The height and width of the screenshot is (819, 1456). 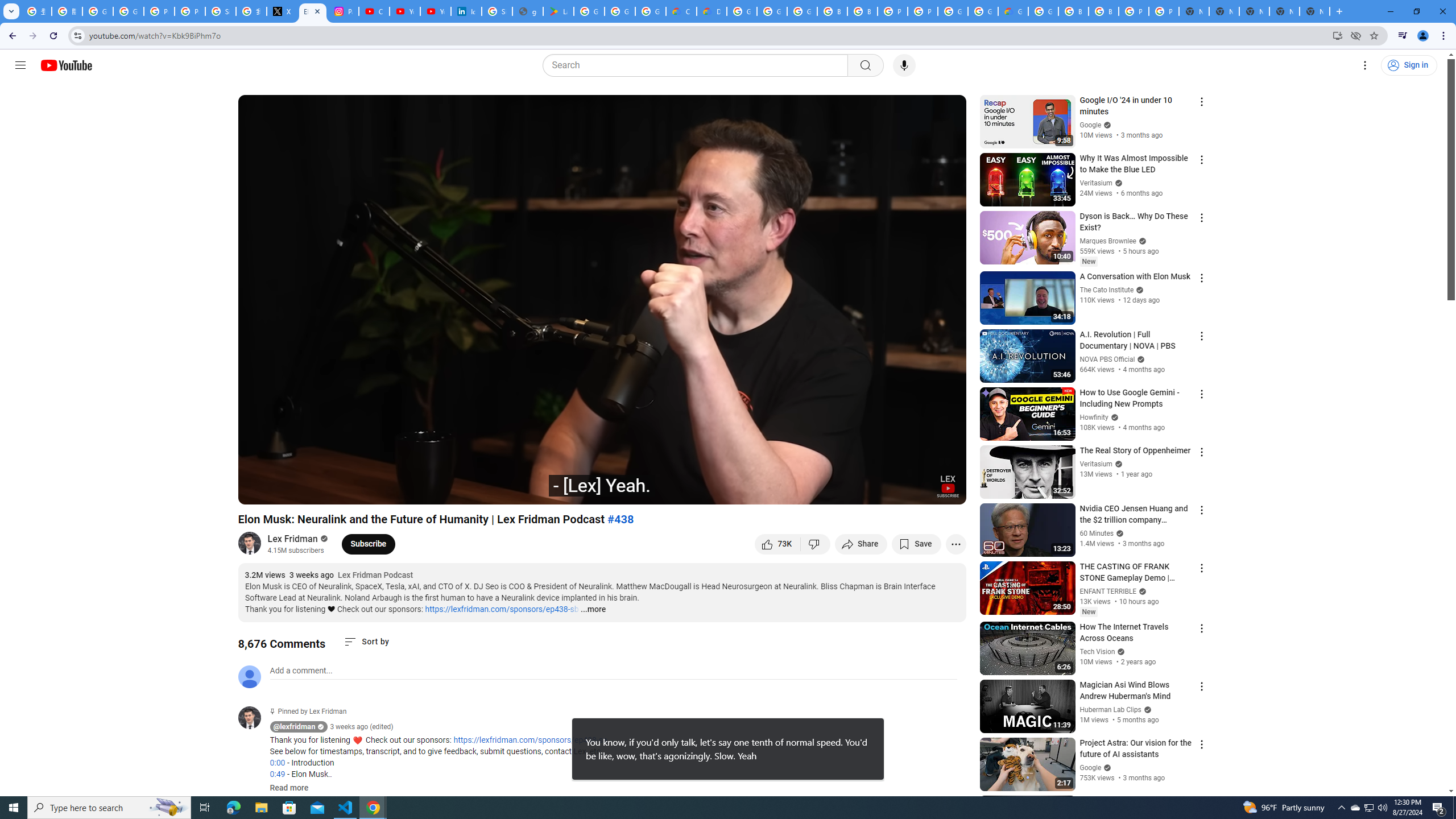 I want to click on 'https://lexfridman.com/sponsors/ep438-sb', so click(x=502, y=609).